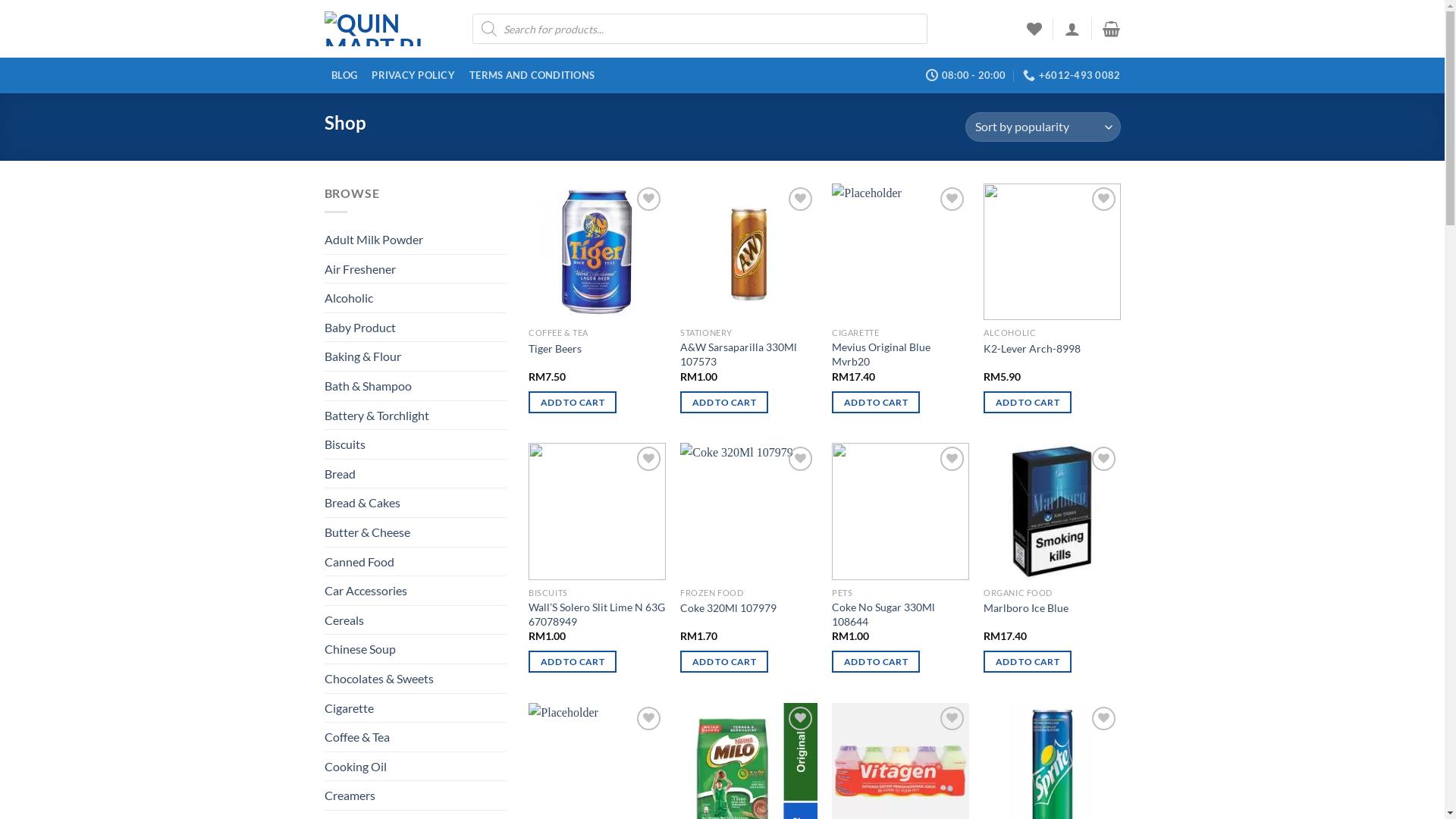  What do you see at coordinates (415, 648) in the screenshot?
I see `'Chinese Soup'` at bounding box center [415, 648].